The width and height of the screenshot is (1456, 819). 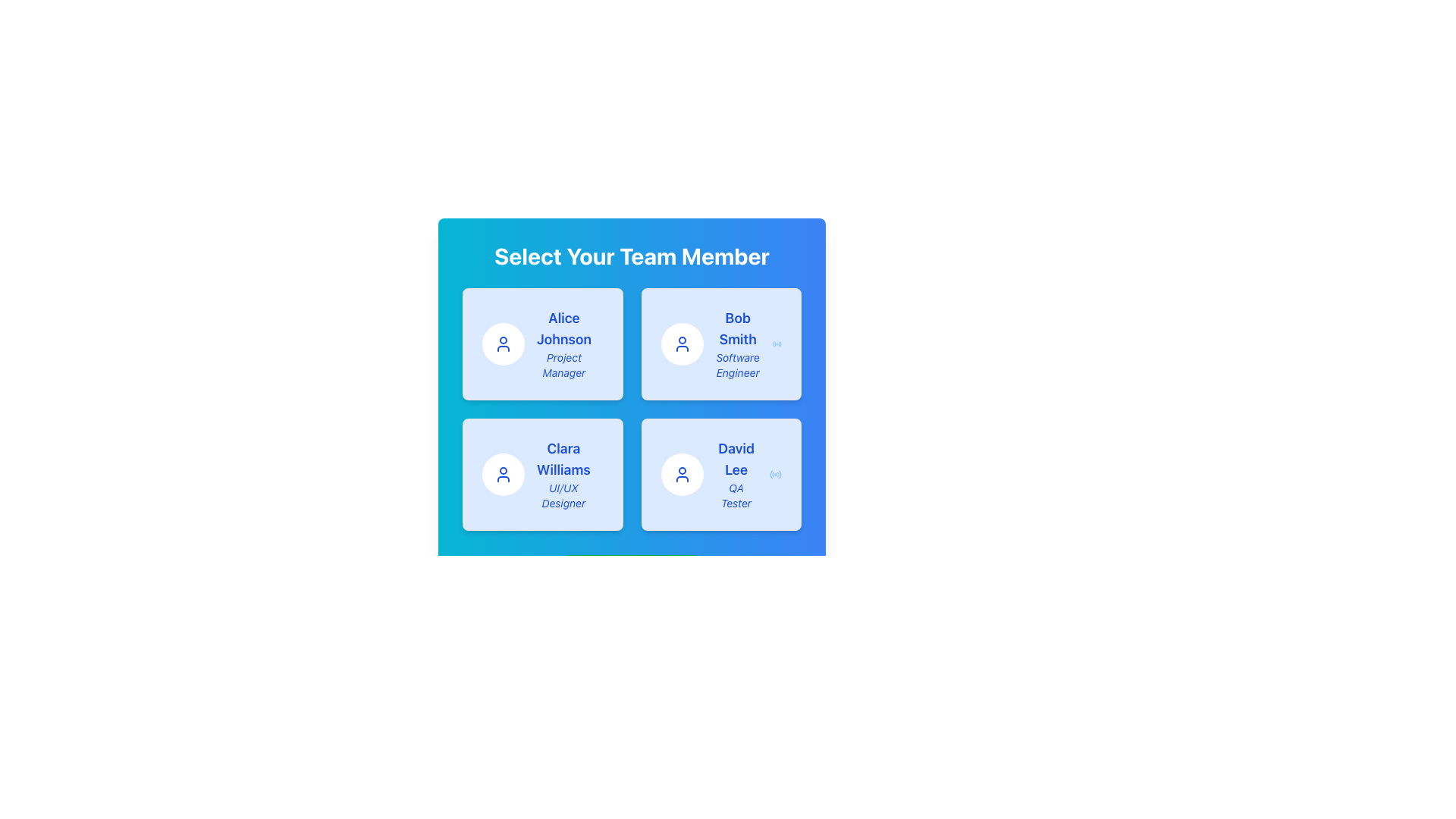 I want to click on the user profile icon representing 'Clara Williams', so click(x=503, y=473).